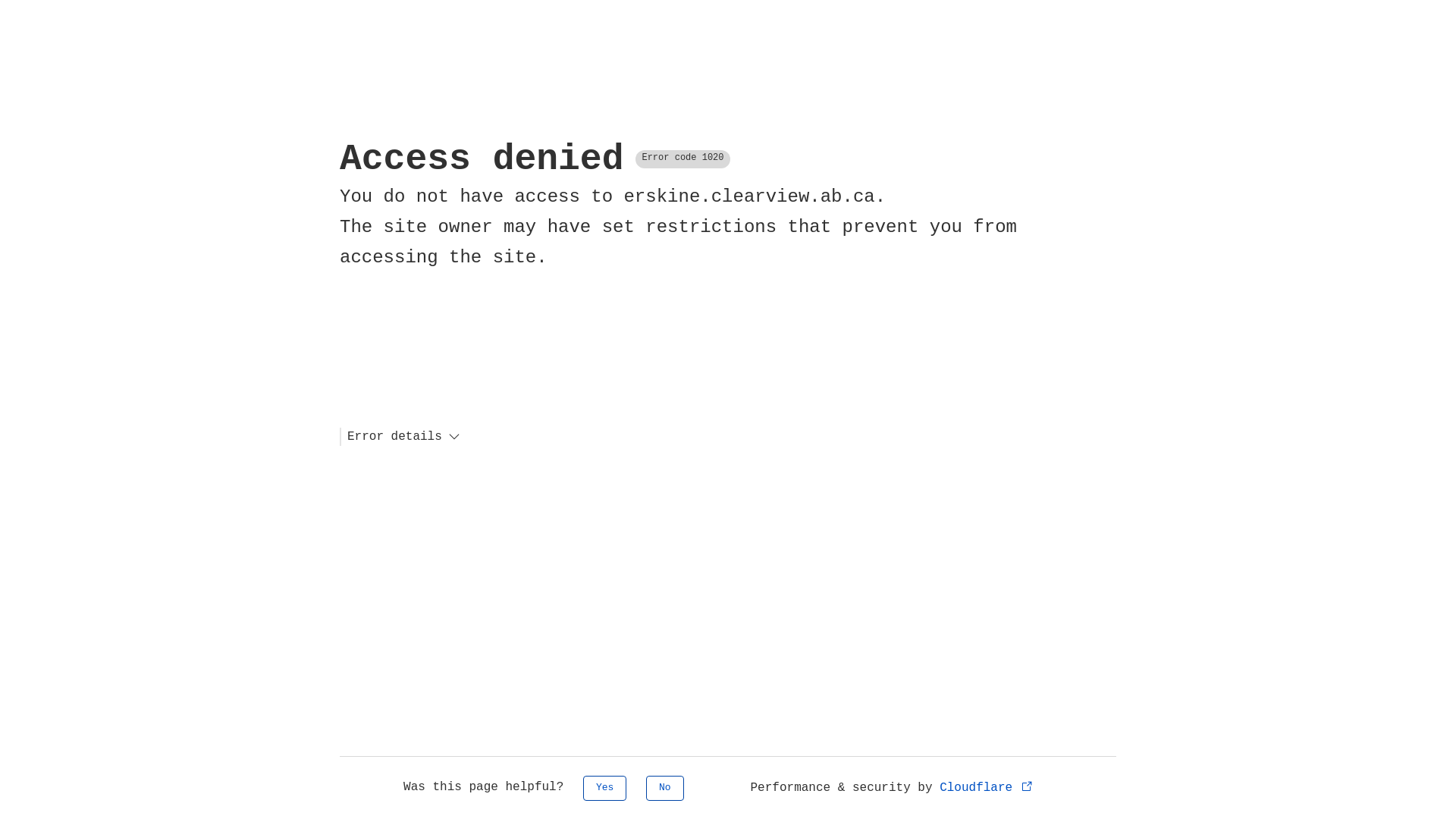 This screenshot has width=1456, height=819. I want to click on 'No', so click(665, 787).